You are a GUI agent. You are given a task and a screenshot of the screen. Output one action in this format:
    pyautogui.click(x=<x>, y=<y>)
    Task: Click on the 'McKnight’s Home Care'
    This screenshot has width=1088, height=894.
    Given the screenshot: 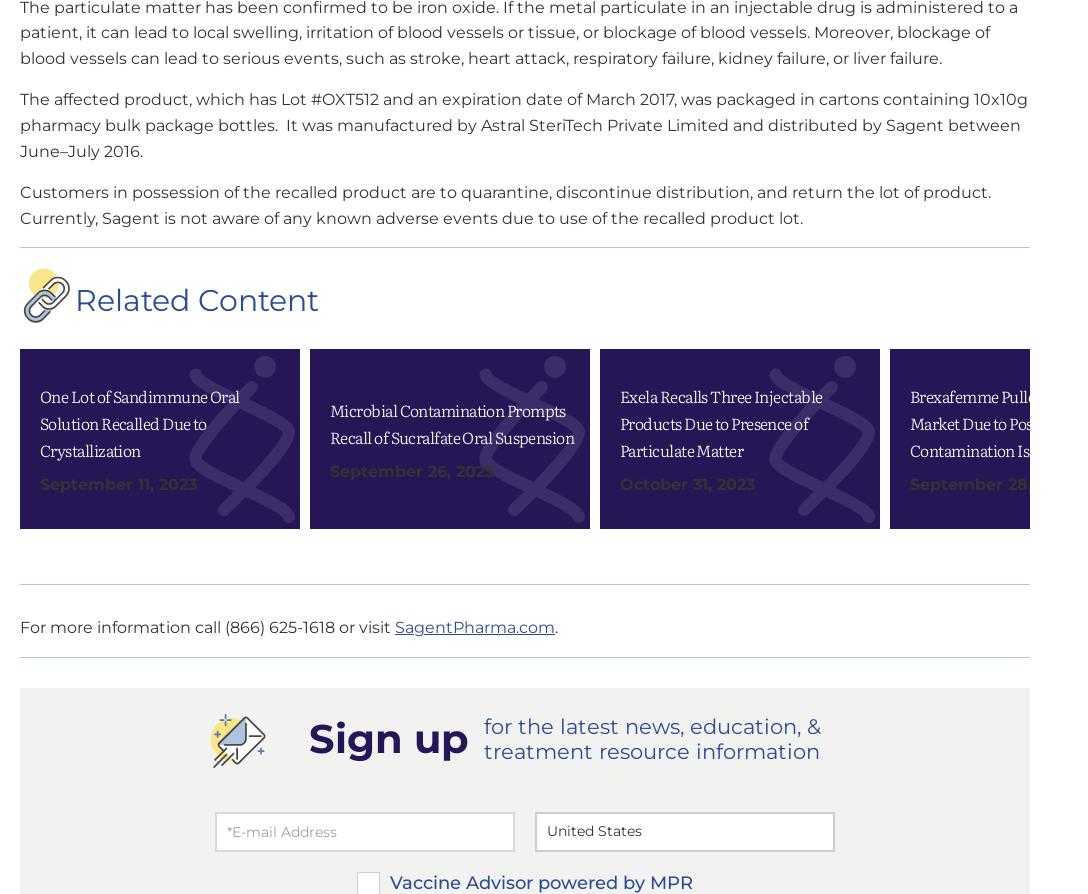 What is the action you would take?
    pyautogui.click(x=802, y=298)
    